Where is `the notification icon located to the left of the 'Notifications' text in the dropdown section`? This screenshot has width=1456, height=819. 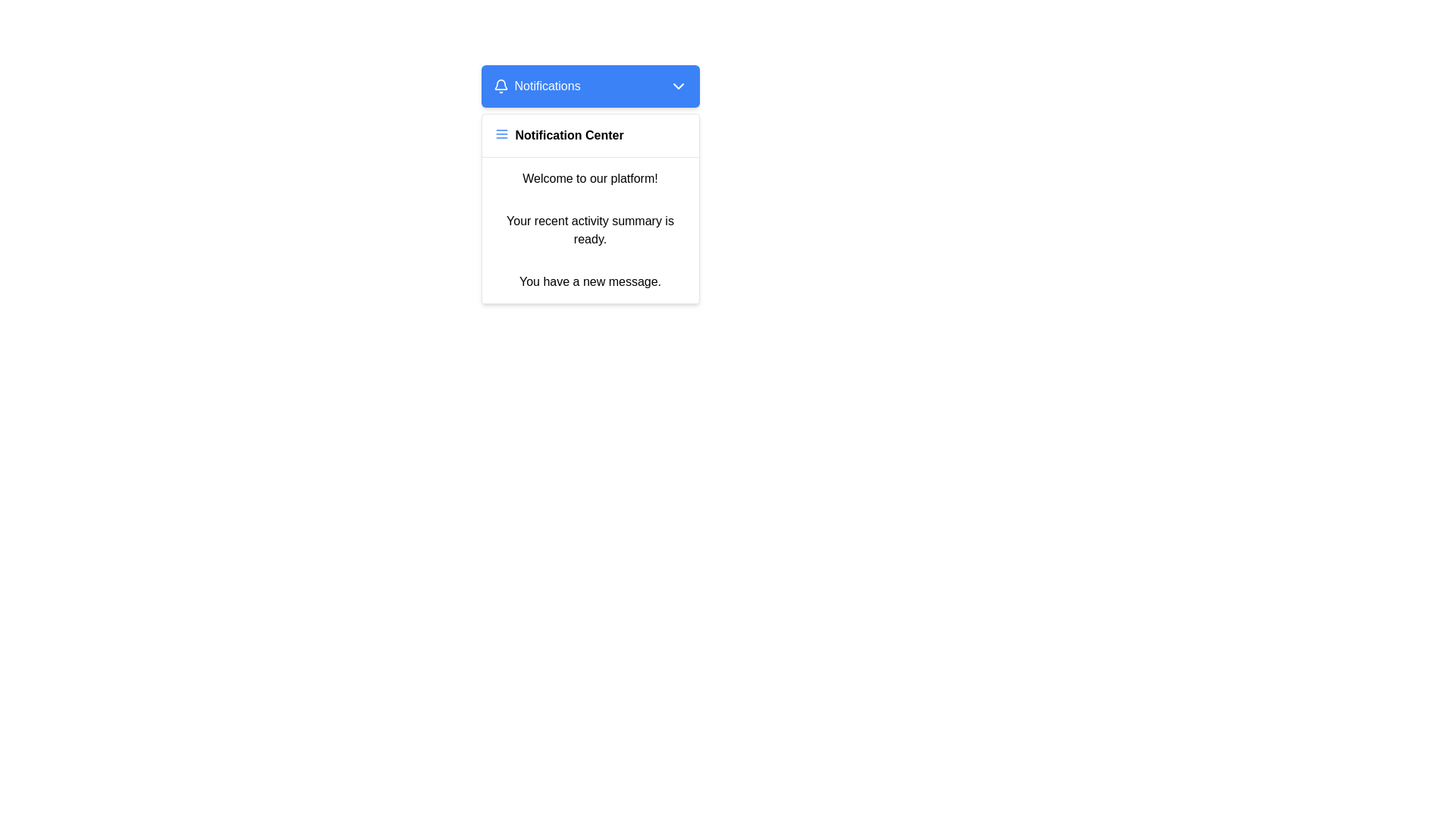
the notification icon located to the left of the 'Notifications' text in the dropdown section is located at coordinates (500, 86).